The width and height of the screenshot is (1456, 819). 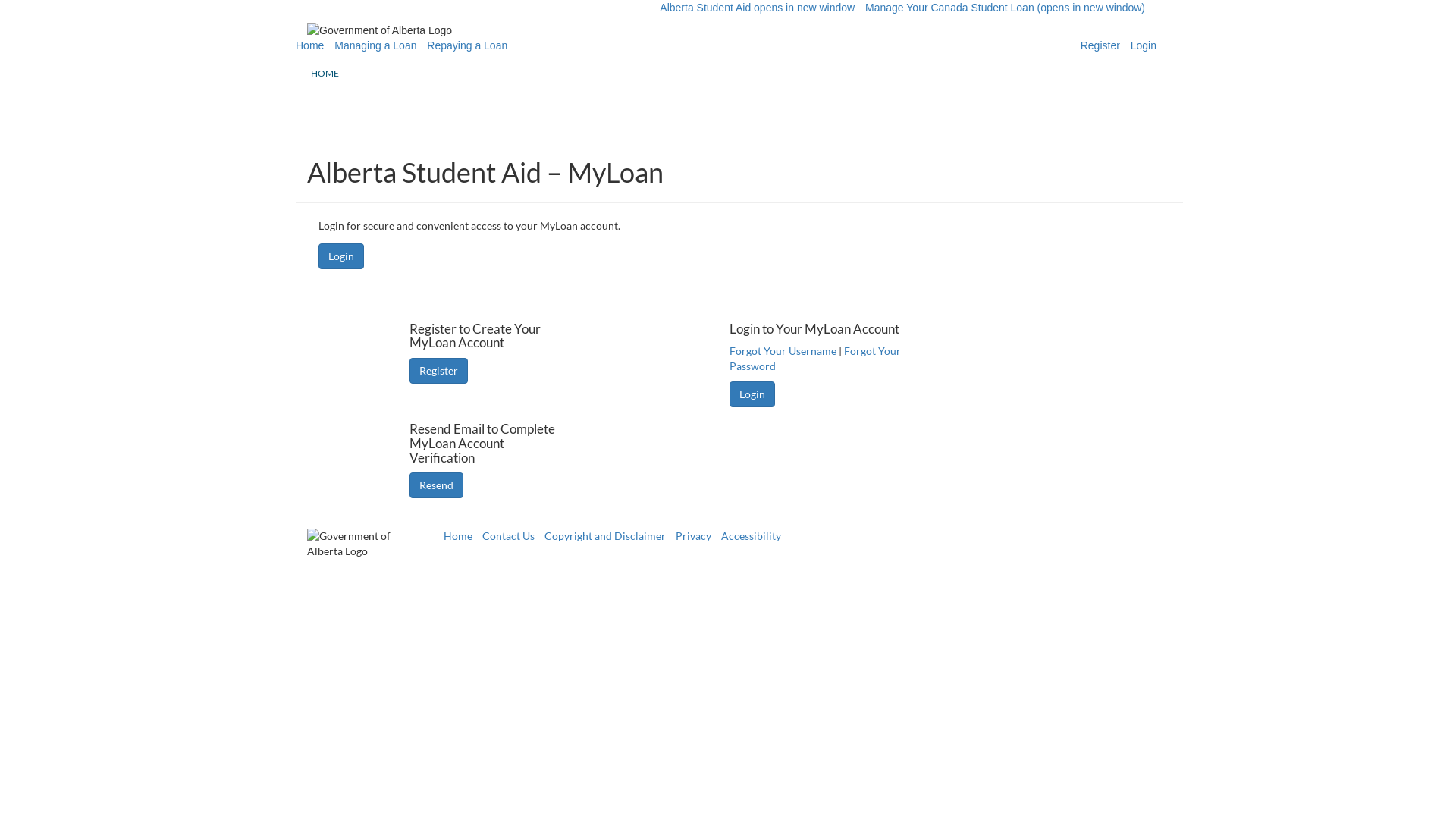 I want to click on 'Login', so click(x=1143, y=45).